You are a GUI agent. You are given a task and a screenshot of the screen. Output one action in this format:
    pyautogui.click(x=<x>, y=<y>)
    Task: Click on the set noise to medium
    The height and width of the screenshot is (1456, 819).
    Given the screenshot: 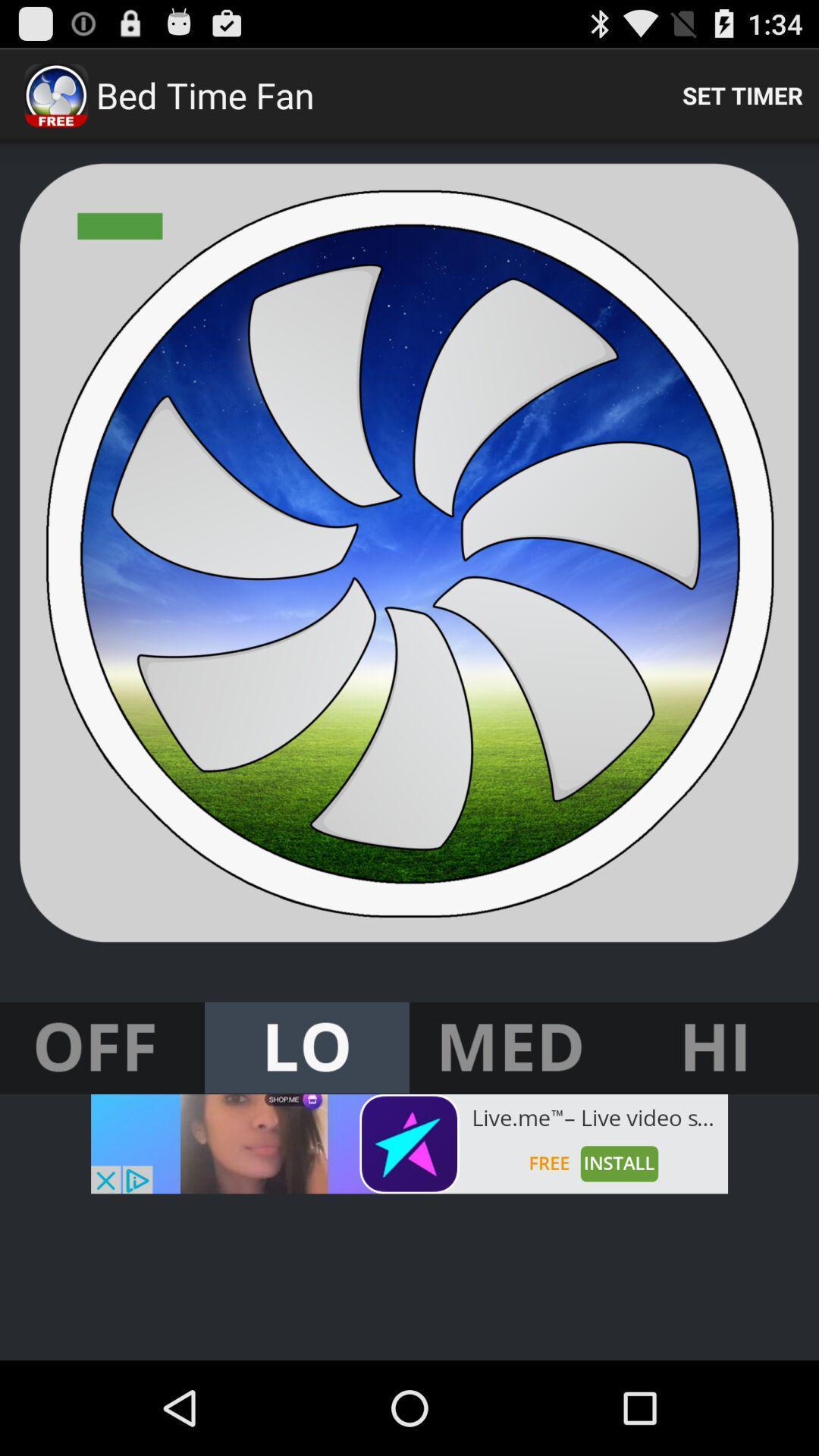 What is the action you would take?
    pyautogui.click(x=512, y=1047)
    